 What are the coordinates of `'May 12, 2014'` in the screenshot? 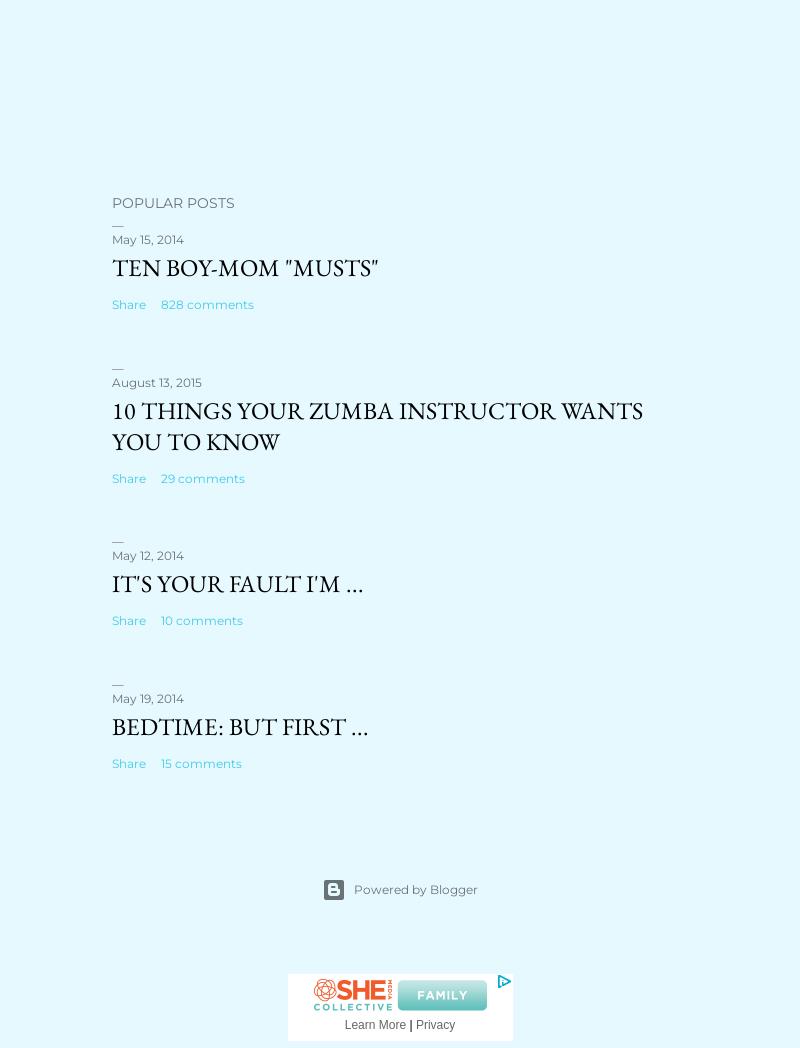 It's located at (148, 554).